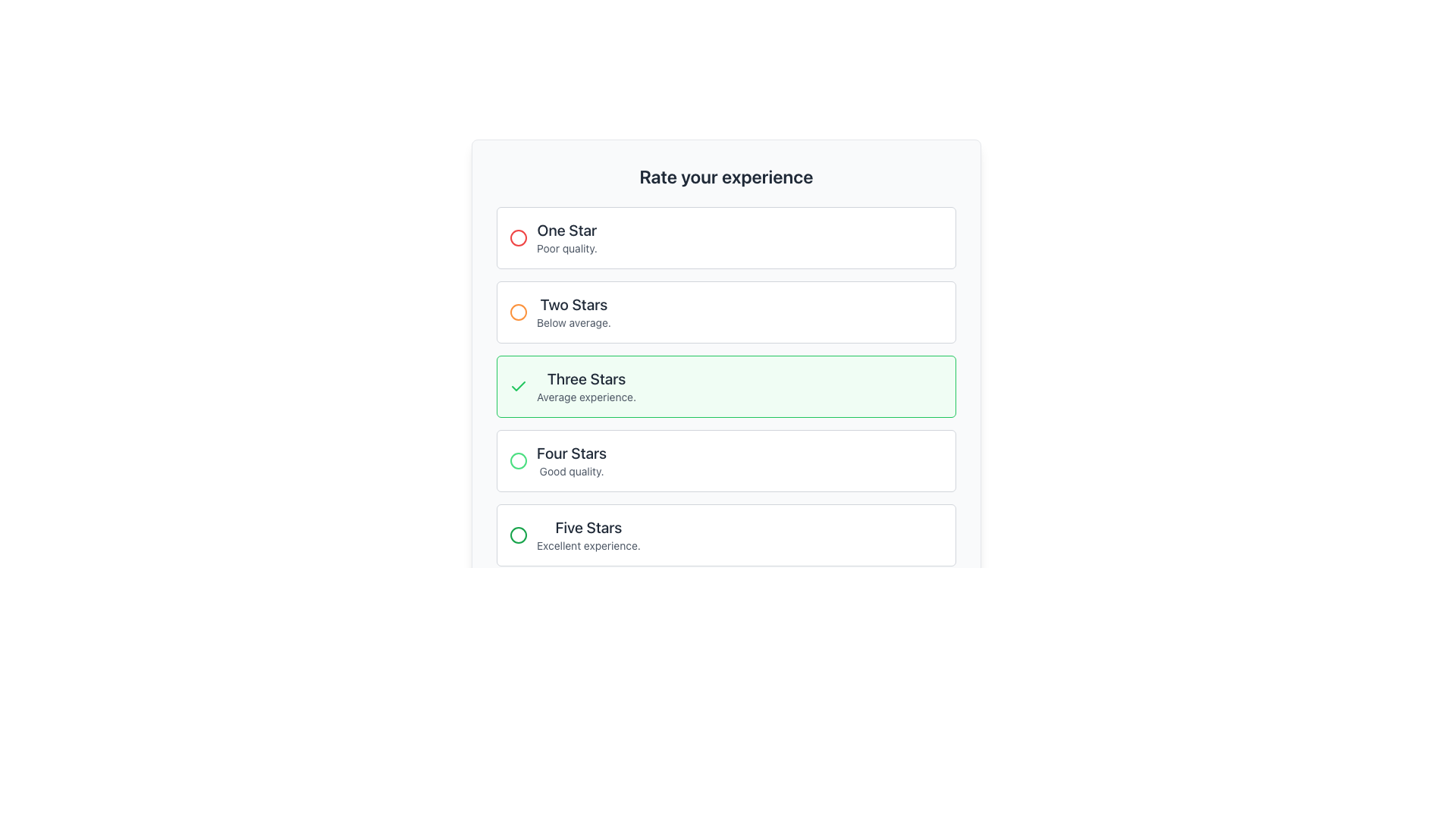  Describe the element at coordinates (573, 312) in the screenshot. I see `label of the Text Block that displays 'Two Stars' and 'Below average.'` at that location.